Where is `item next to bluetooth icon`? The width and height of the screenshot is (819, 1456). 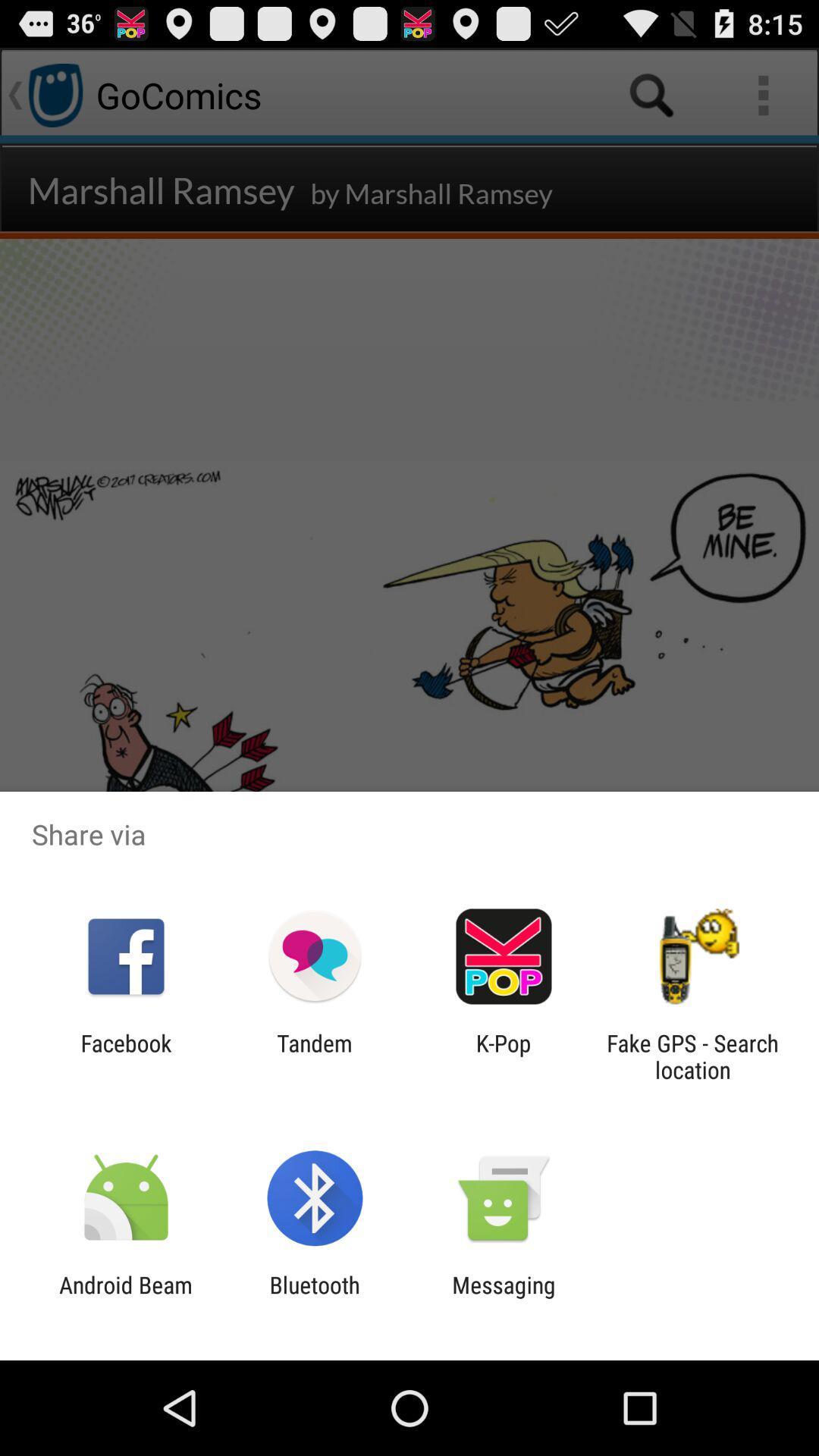
item next to bluetooth icon is located at coordinates (125, 1298).